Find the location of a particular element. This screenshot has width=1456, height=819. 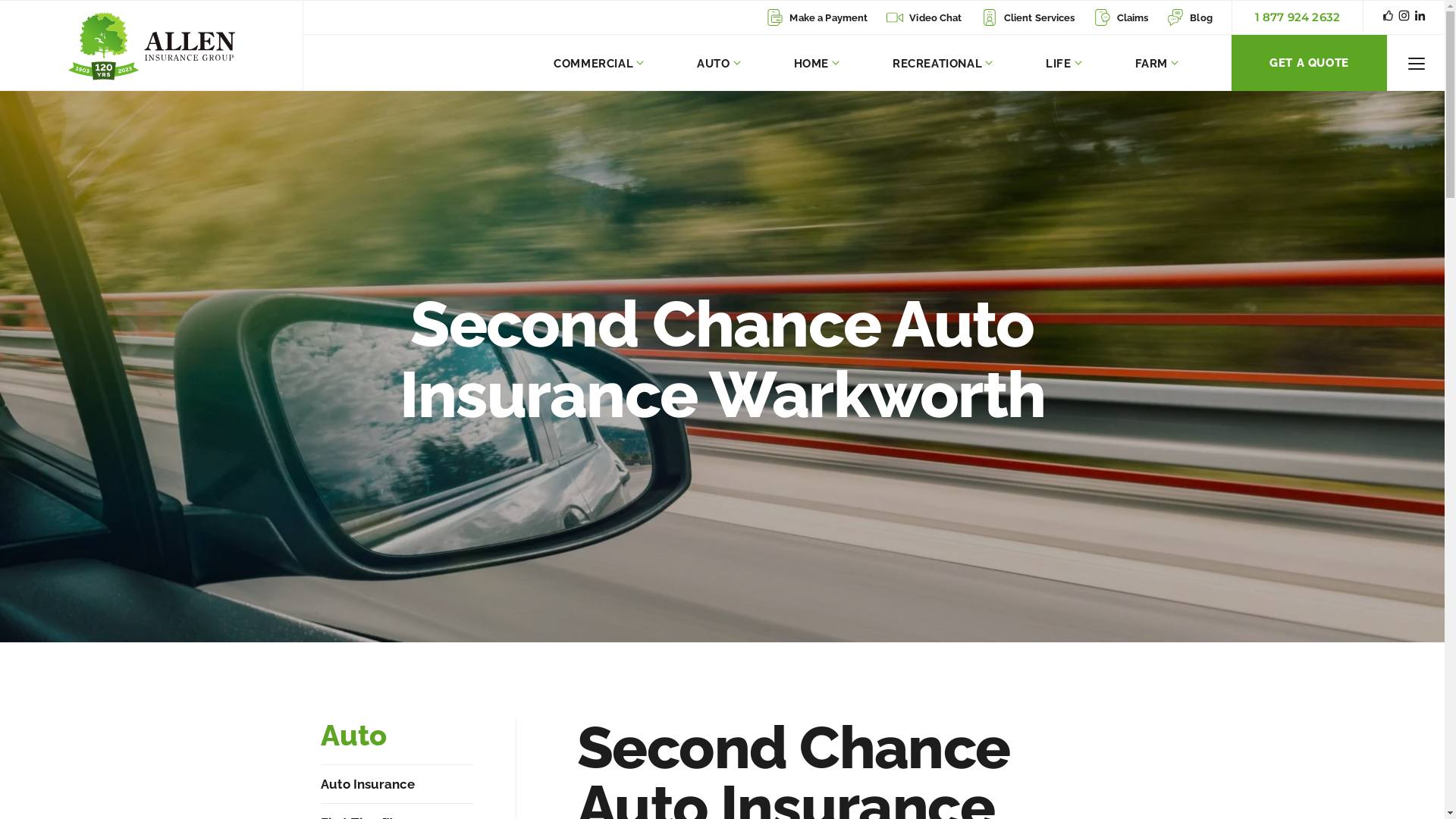

'RECREATIONAL' is located at coordinates (942, 62).